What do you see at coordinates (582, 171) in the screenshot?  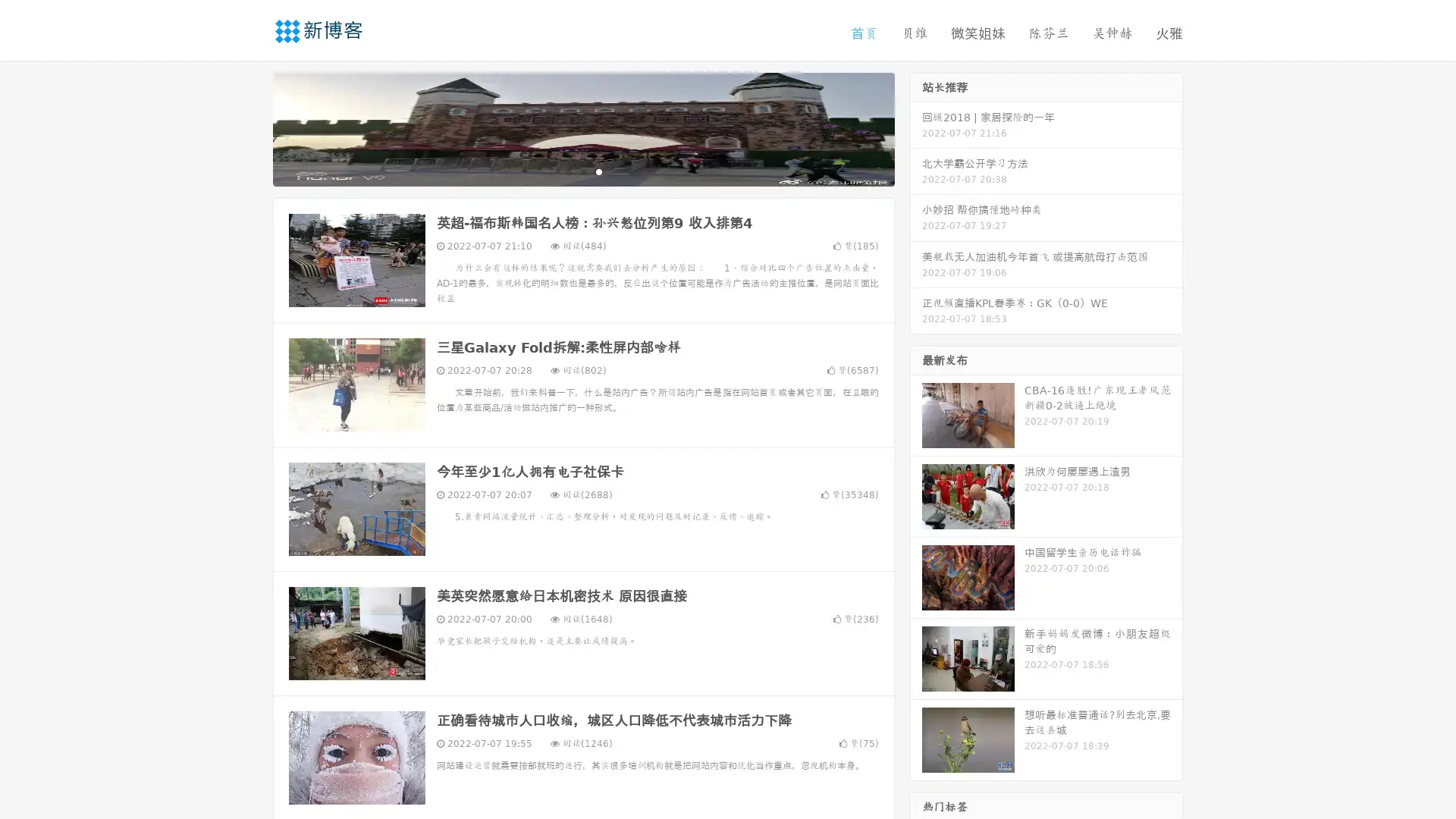 I see `Go to slide 2` at bounding box center [582, 171].